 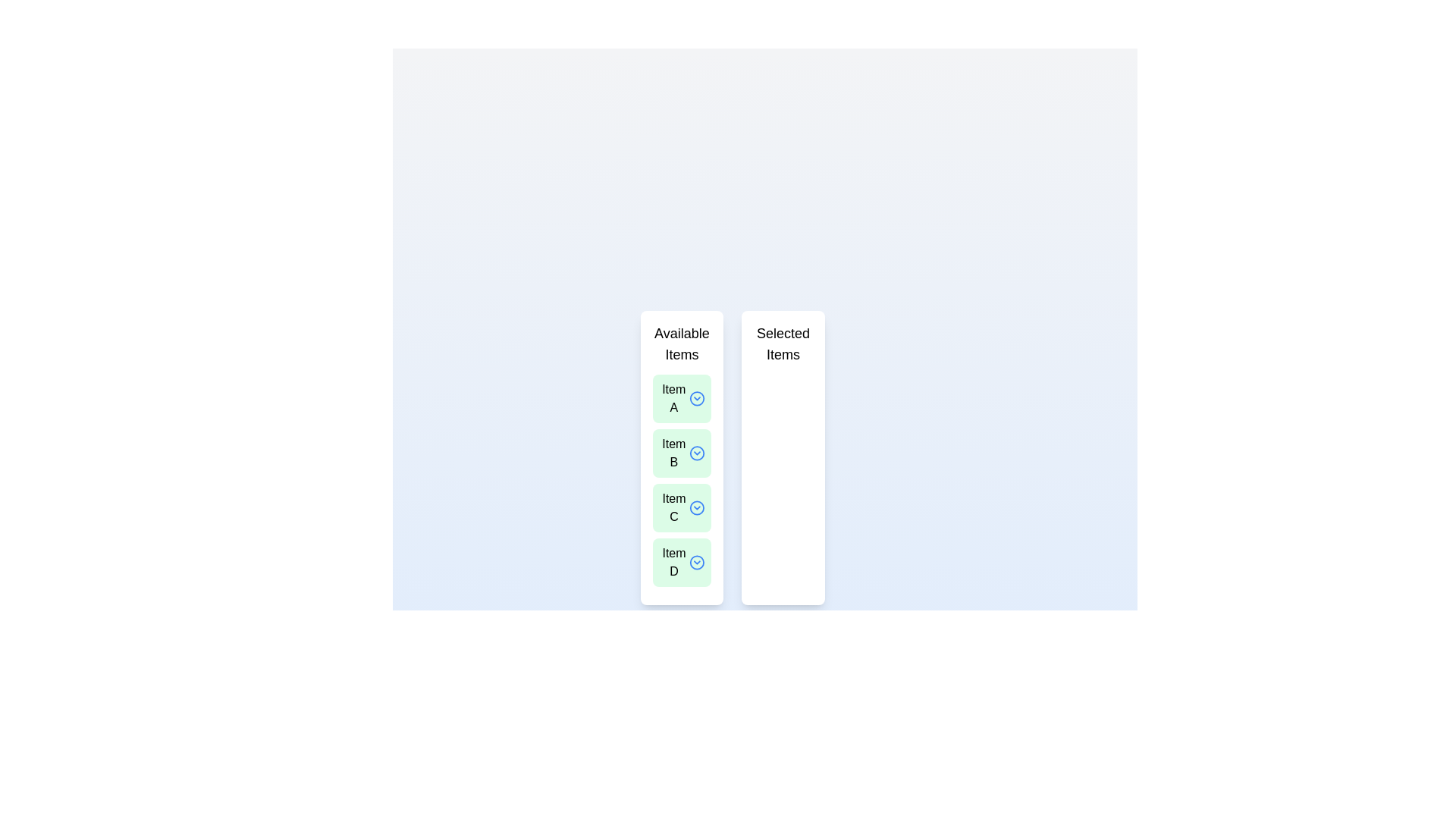 I want to click on the down arrow icon next to Item C in the 'Available Items' list to transfer it to 'Selected Items', so click(x=696, y=508).